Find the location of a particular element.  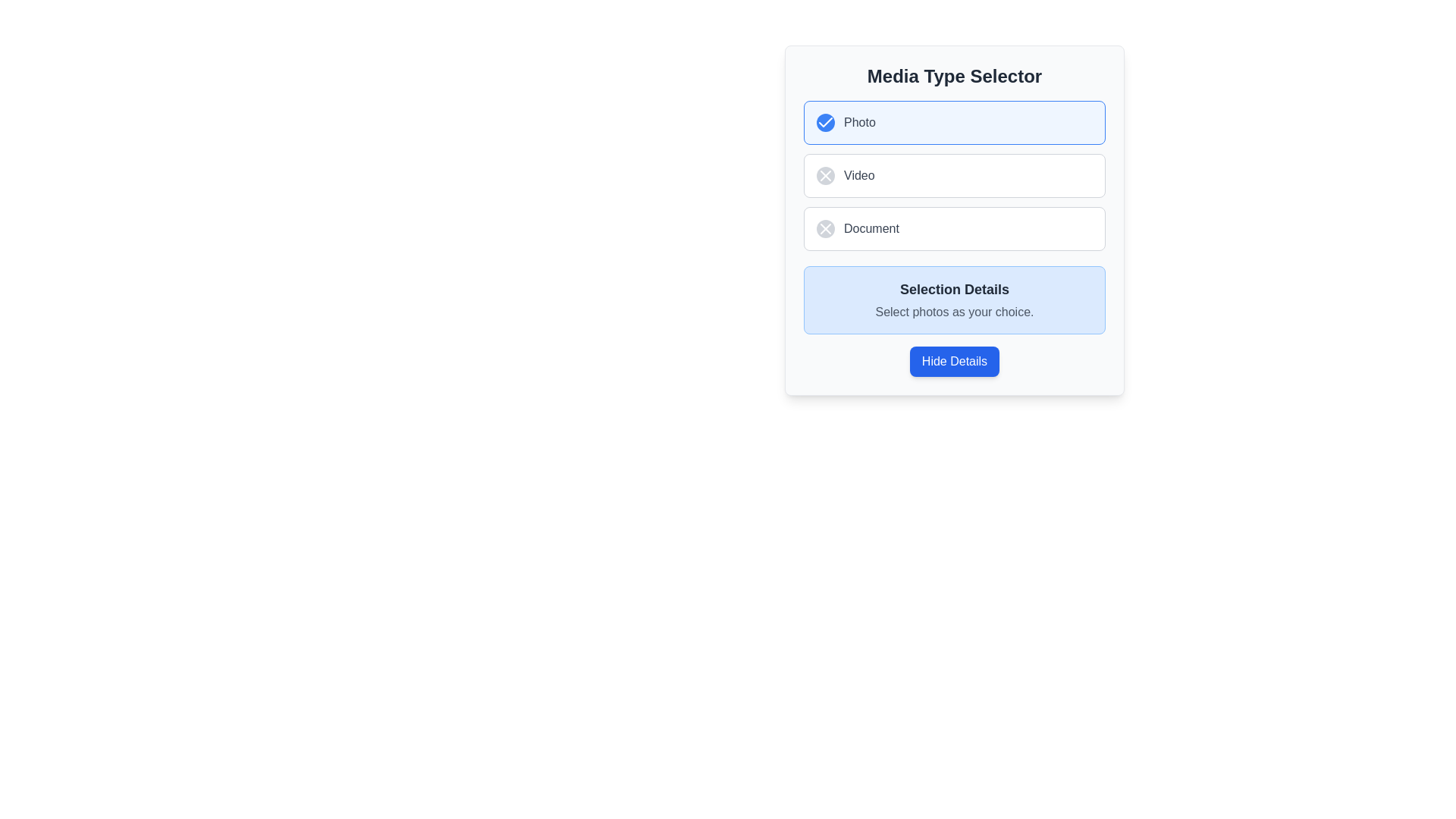

the unselected radio button labeled 'Video' within the 'Media Type Selector' group is located at coordinates (953, 174).